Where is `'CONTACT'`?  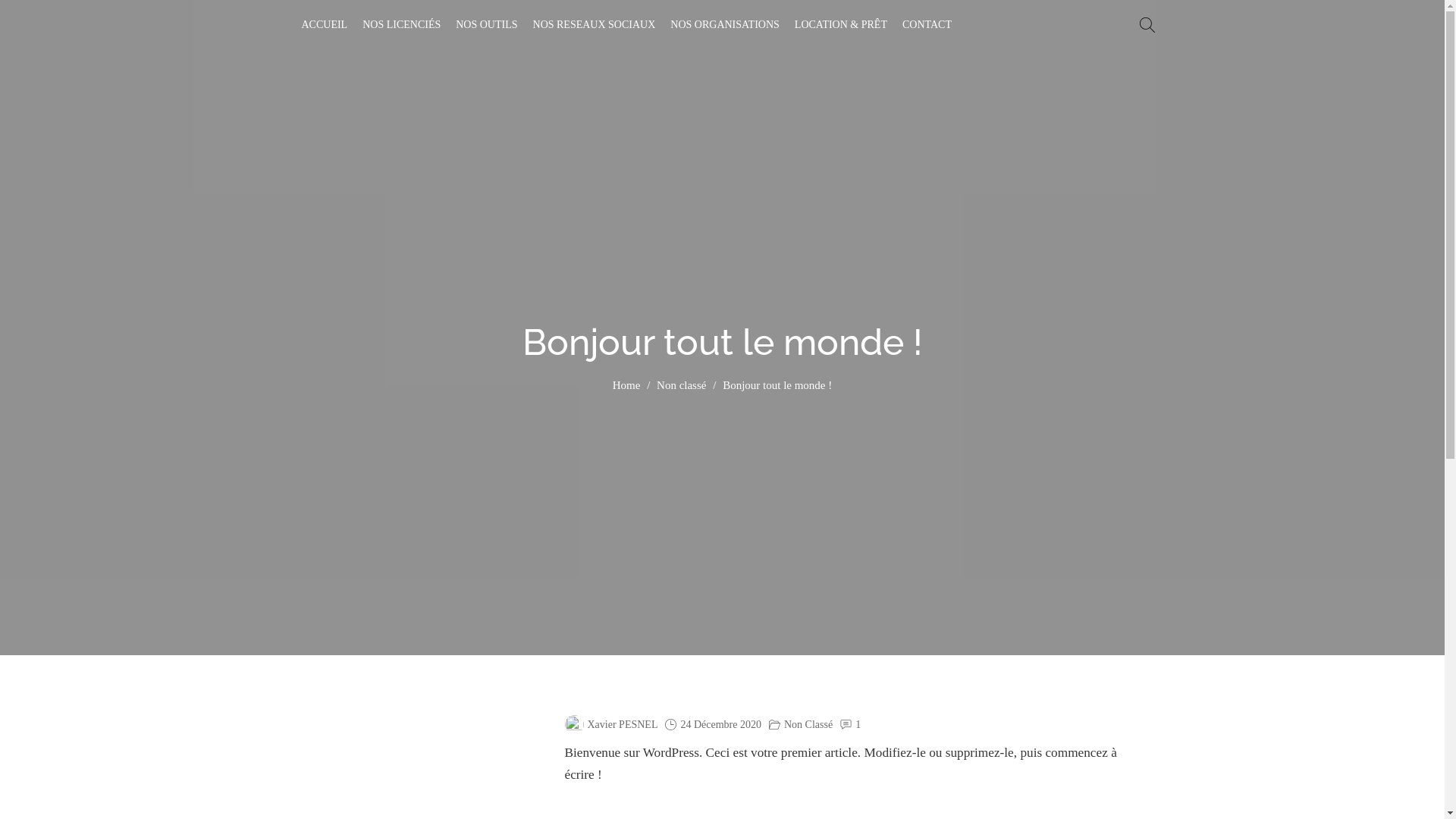 'CONTACT' is located at coordinates (926, 25).